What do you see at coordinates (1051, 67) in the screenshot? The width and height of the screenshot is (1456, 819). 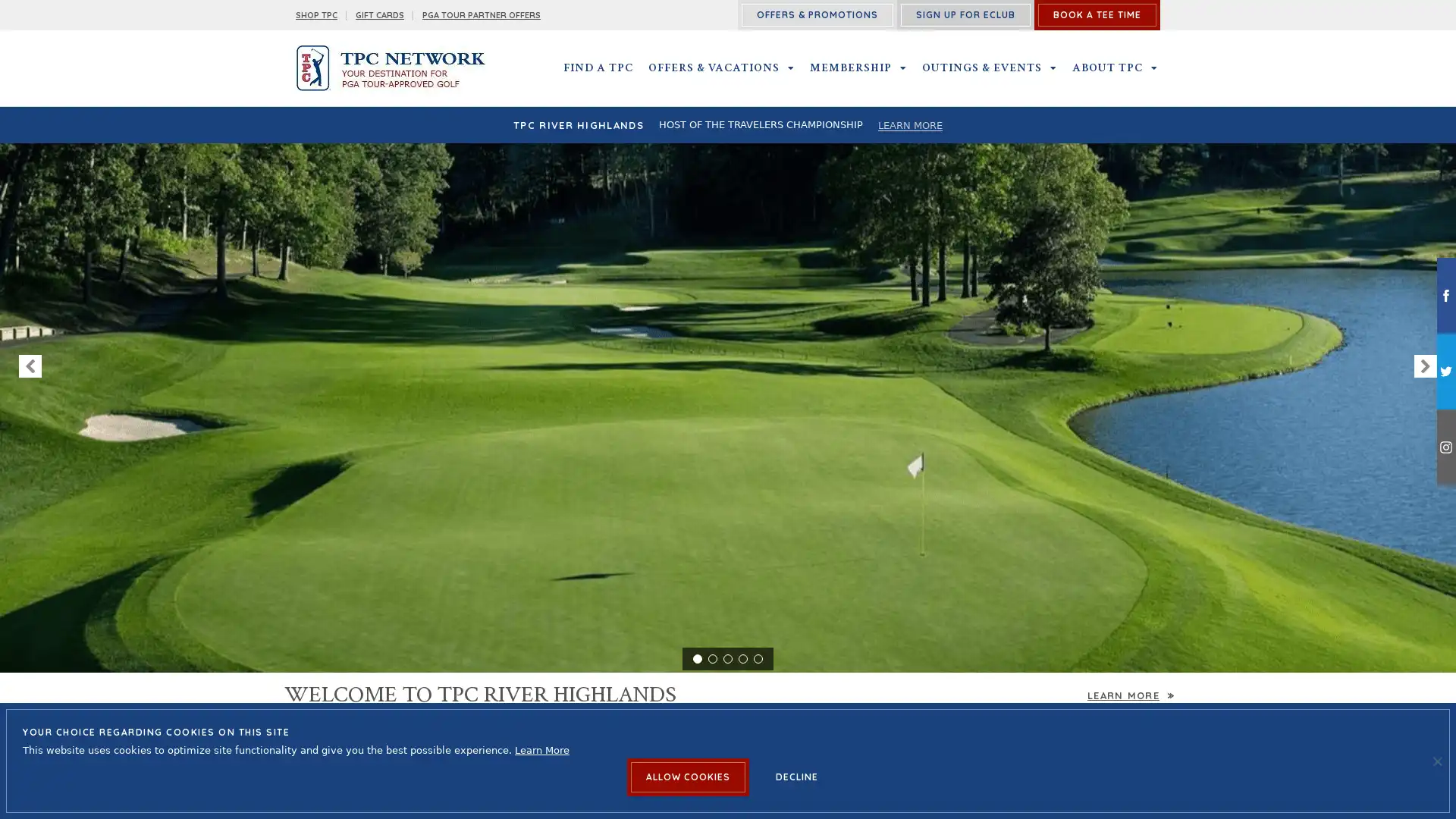 I see `OUTINGS & EVENTS SUBMENU` at bounding box center [1051, 67].